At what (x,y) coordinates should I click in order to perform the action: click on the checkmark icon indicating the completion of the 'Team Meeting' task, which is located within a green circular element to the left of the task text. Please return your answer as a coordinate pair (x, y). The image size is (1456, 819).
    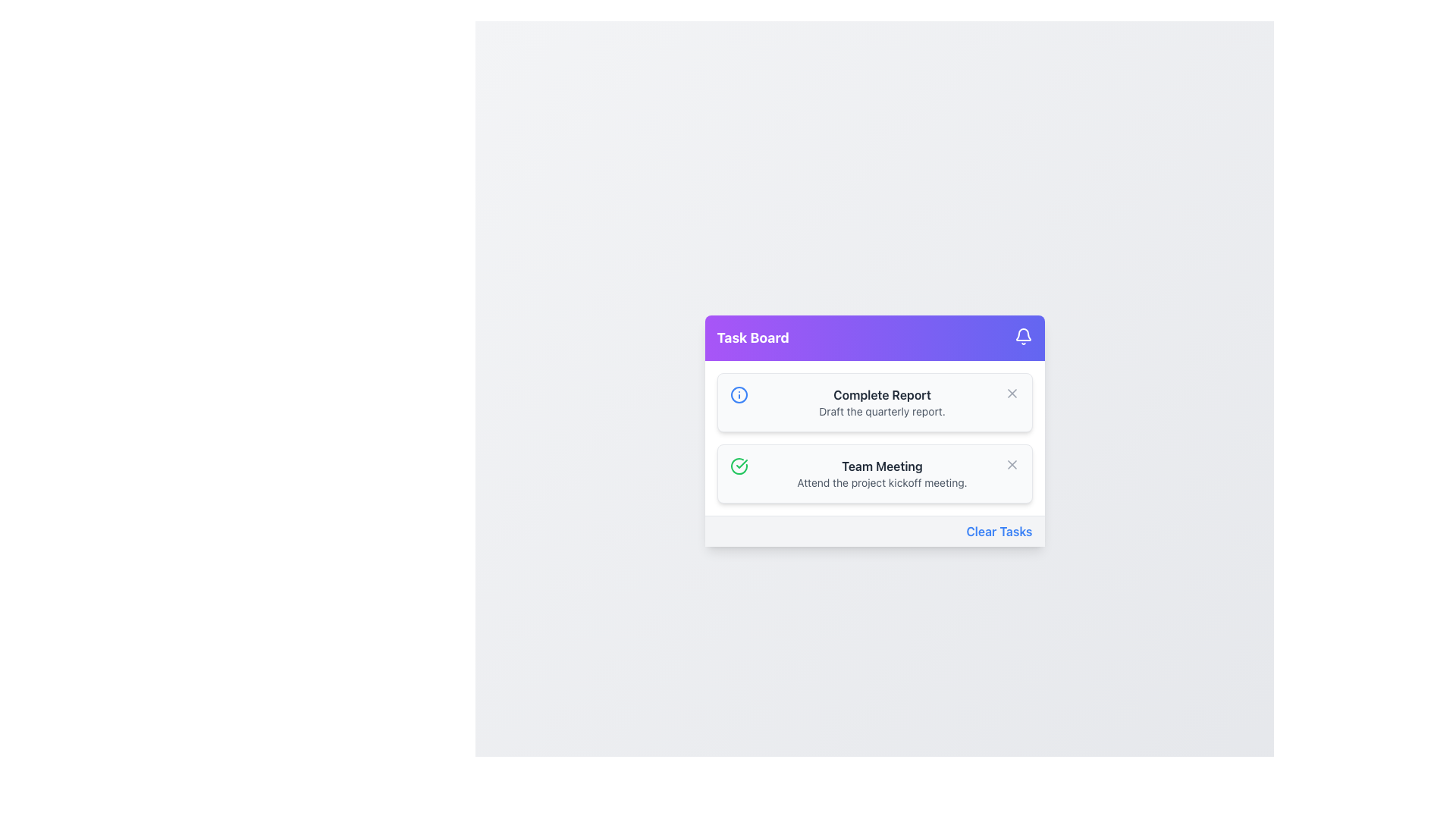
    Looking at the image, I should click on (742, 463).